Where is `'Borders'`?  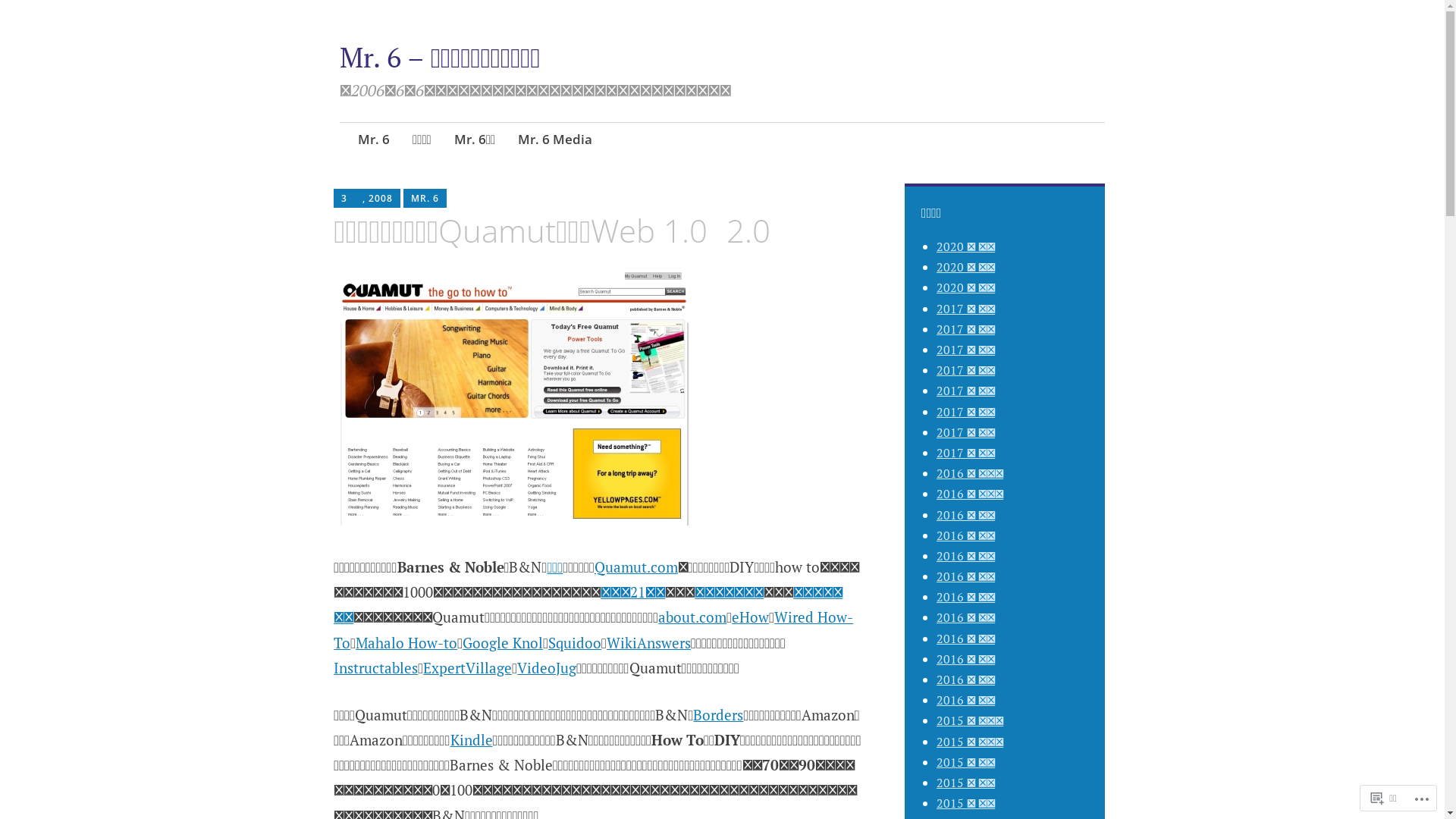
'Borders' is located at coordinates (692, 714).